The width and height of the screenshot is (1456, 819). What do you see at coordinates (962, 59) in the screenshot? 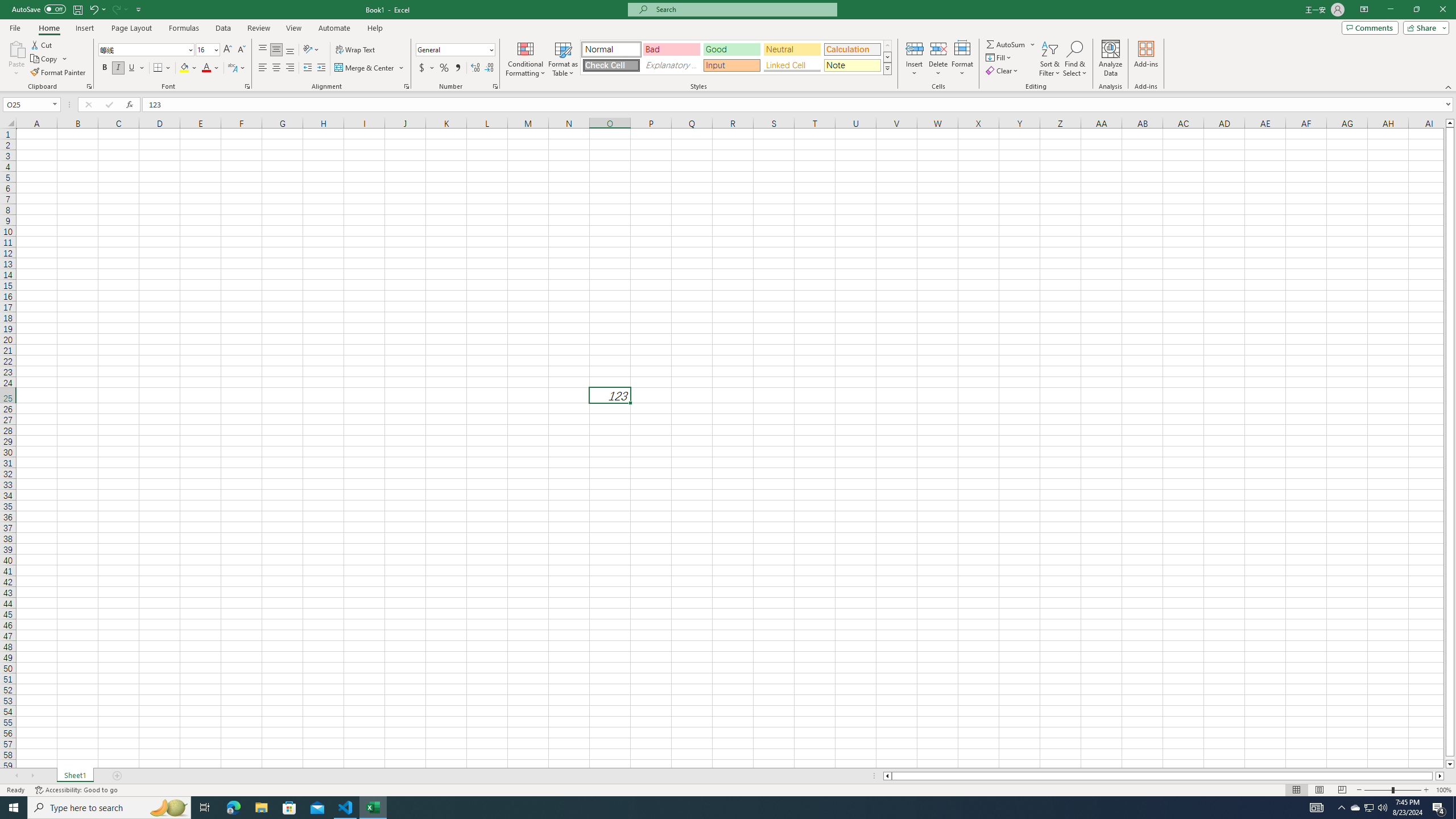
I see `'Format'` at bounding box center [962, 59].